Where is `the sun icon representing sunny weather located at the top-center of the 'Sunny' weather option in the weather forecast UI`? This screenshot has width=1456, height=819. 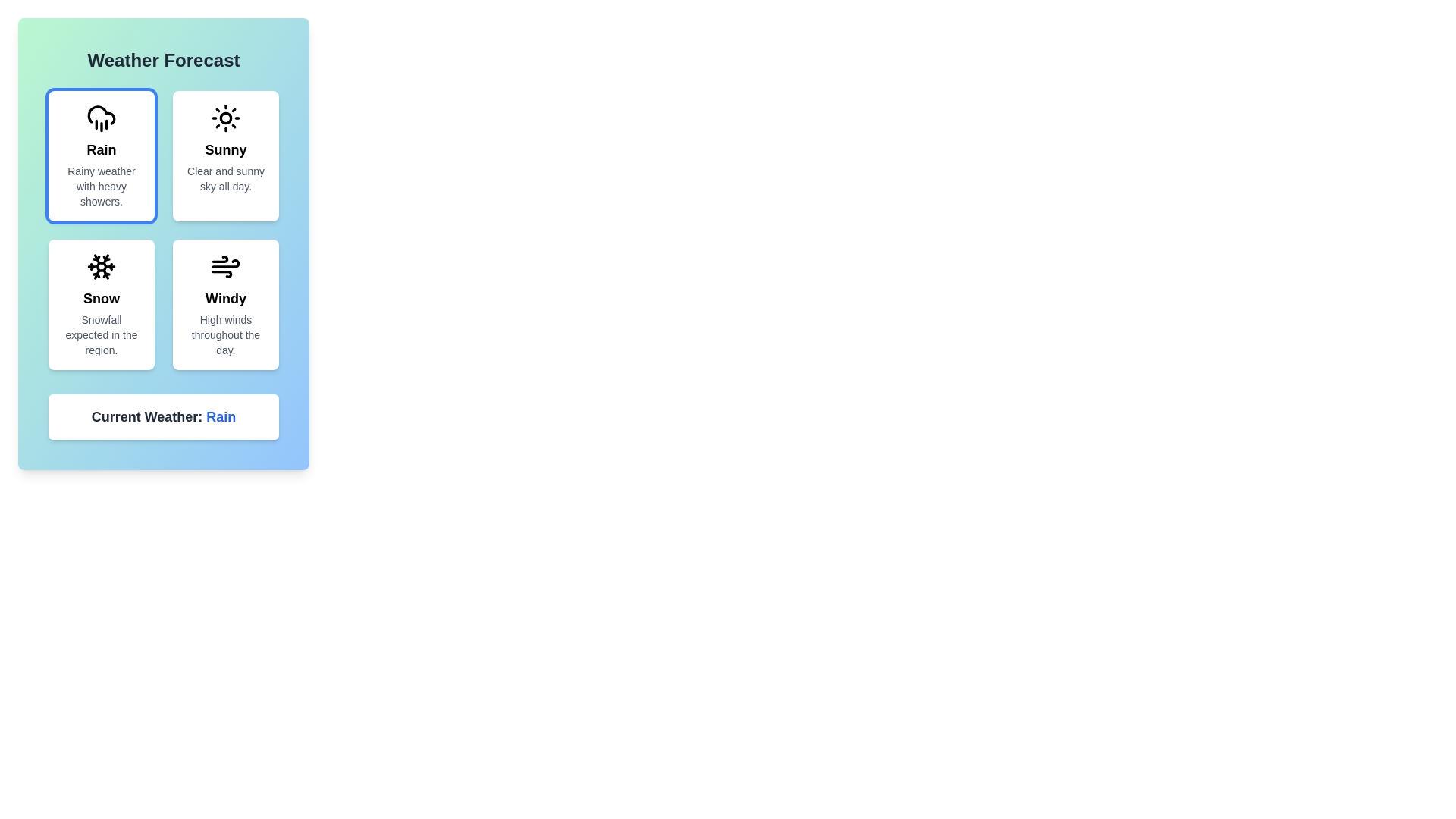
the sun icon representing sunny weather located at the top-center of the 'Sunny' weather option in the weather forecast UI is located at coordinates (224, 117).